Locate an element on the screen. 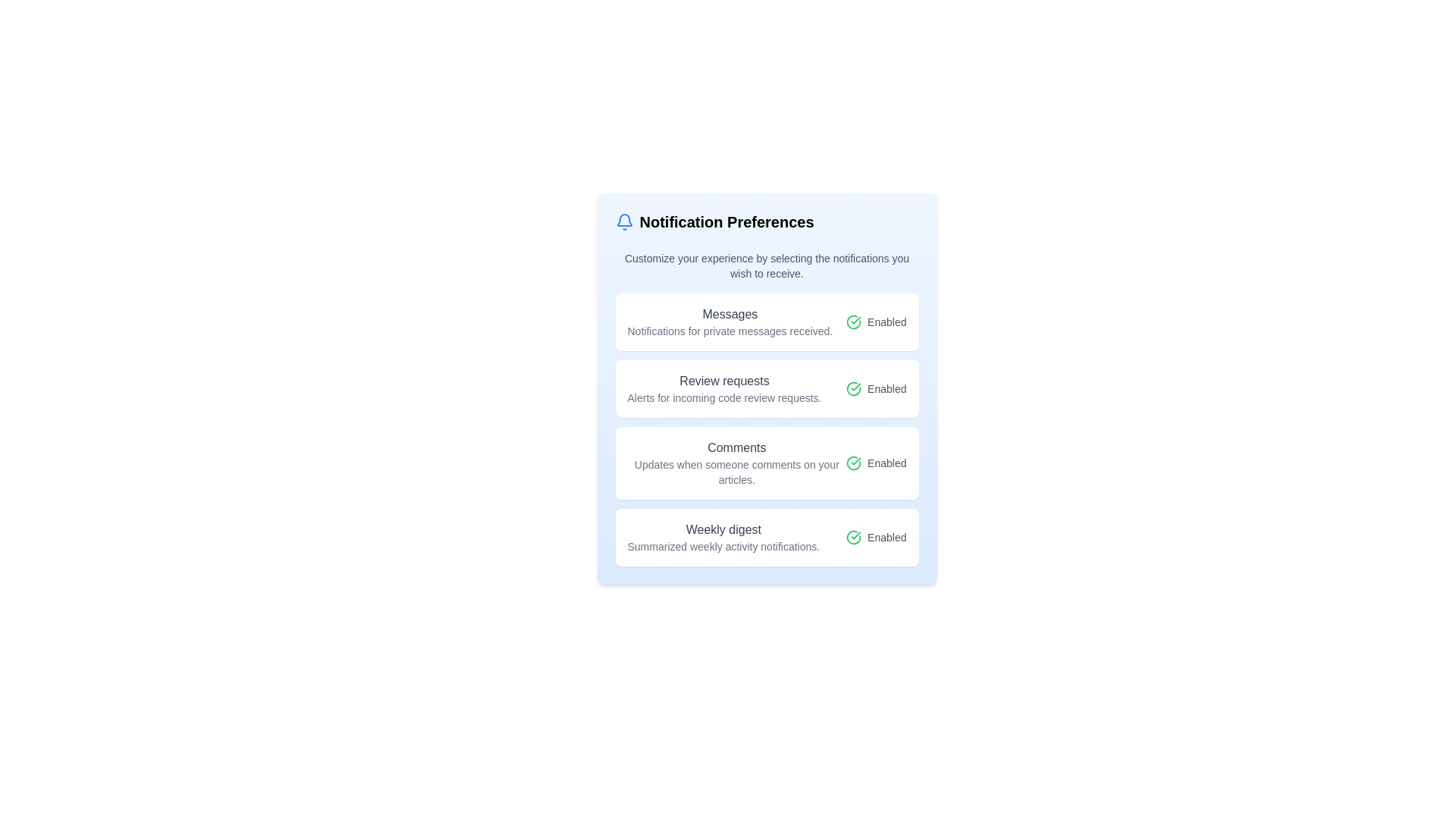 This screenshot has width=1456, height=819. status indicator text located in the 'Review requests' section of the 'Notification Preferences' panel, which shows that the option is activated or operational is located at coordinates (876, 388).